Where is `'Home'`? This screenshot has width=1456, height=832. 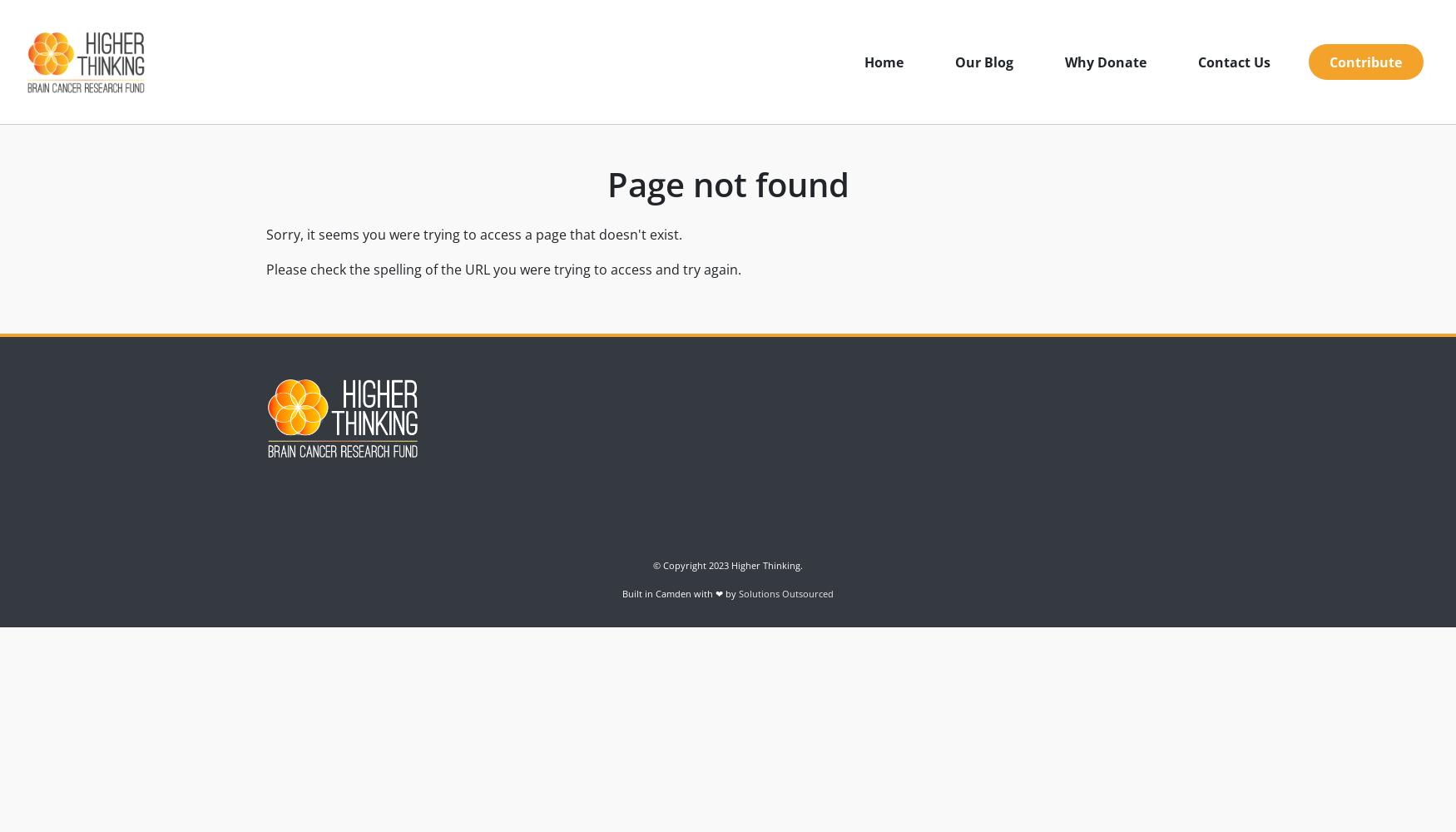 'Home' is located at coordinates (882, 61).